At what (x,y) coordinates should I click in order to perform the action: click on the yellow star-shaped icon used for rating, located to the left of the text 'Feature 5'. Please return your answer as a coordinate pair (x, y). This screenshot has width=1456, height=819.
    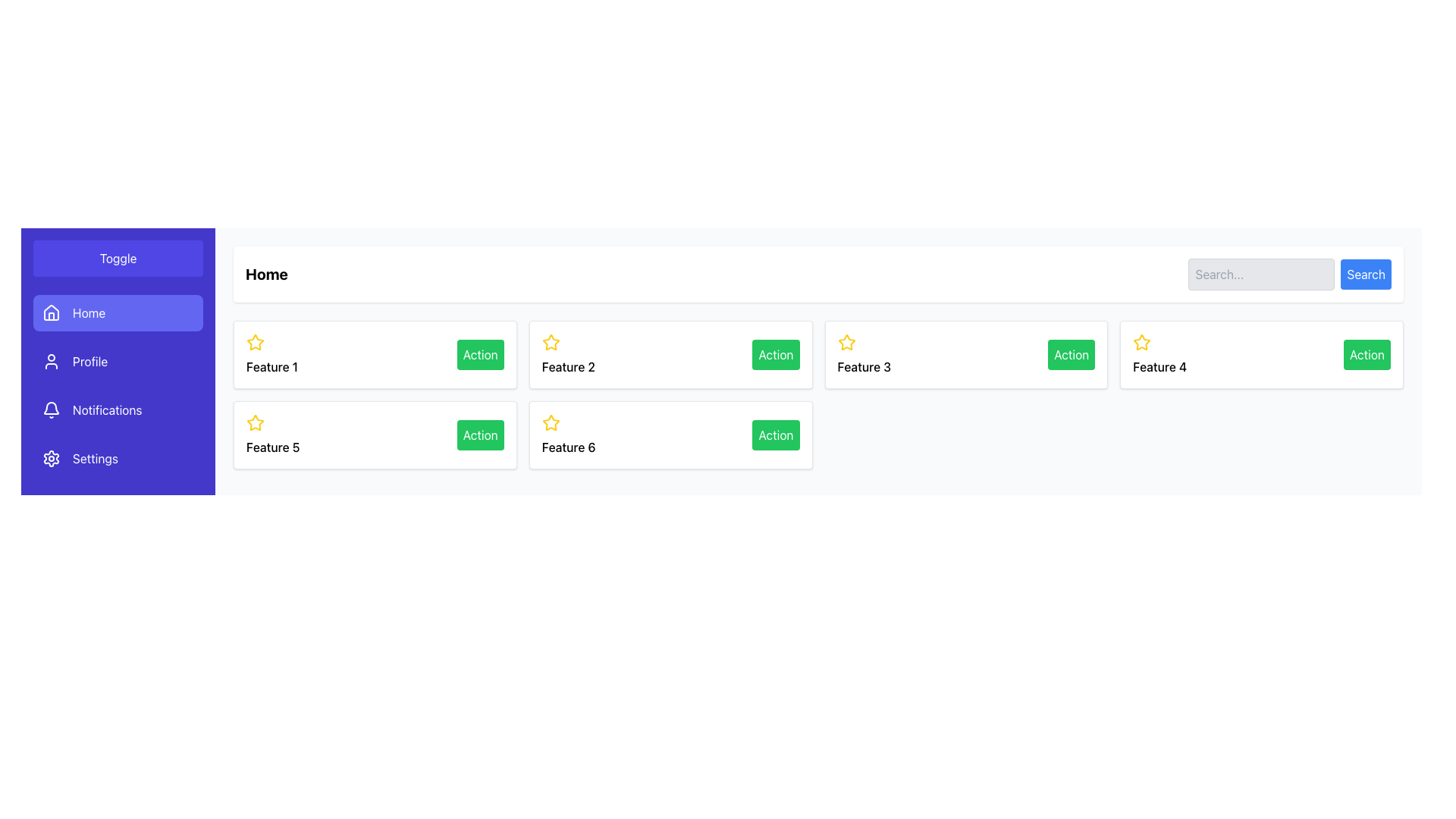
    Looking at the image, I should click on (255, 423).